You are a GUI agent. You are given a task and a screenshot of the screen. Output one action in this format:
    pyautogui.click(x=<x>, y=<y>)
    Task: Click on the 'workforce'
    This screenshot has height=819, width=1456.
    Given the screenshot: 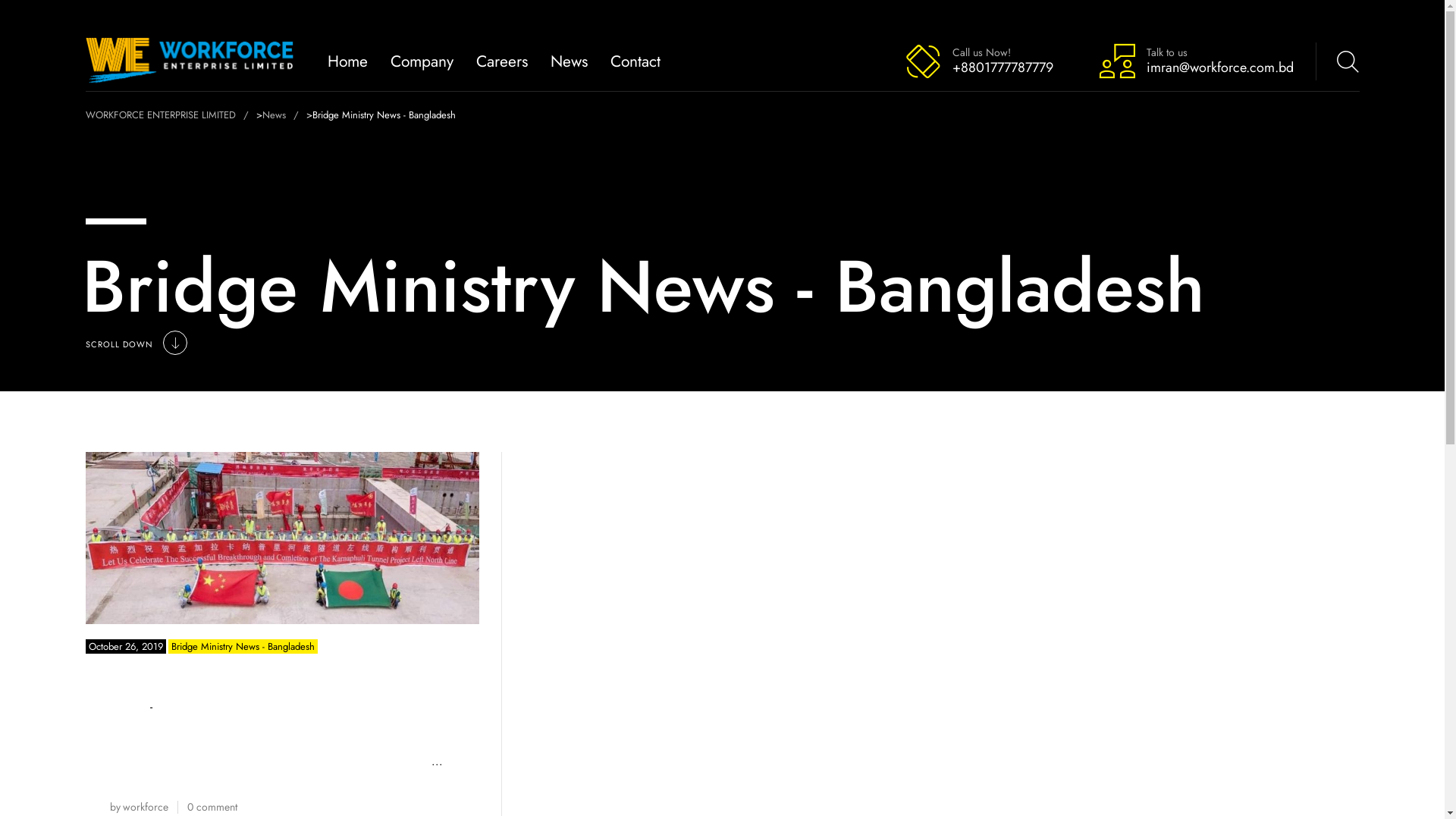 What is the action you would take?
    pyautogui.click(x=146, y=806)
    